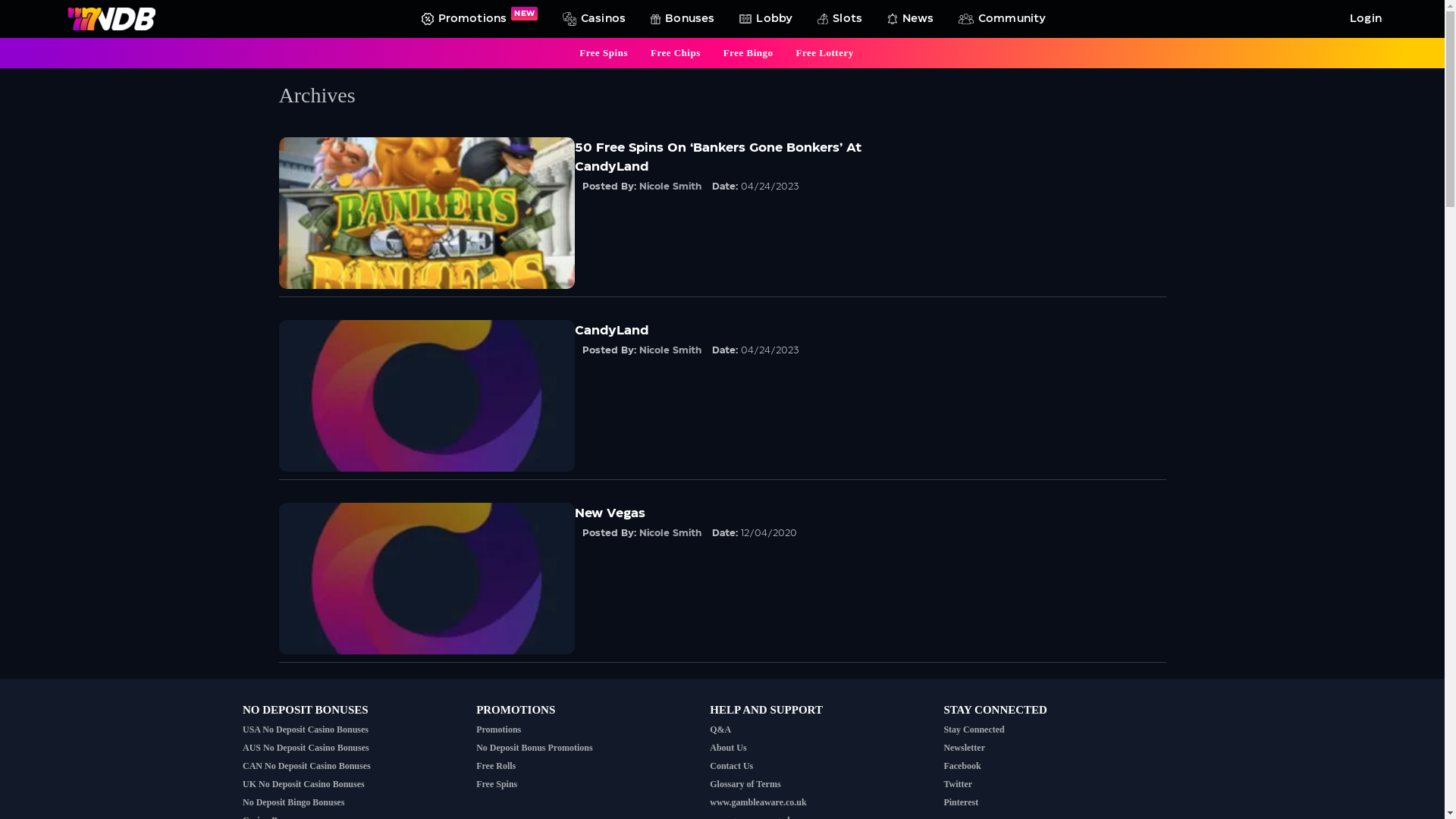 This screenshot has width=1456, height=819. I want to click on 'No Deposit Bonus Promotions', so click(534, 747).